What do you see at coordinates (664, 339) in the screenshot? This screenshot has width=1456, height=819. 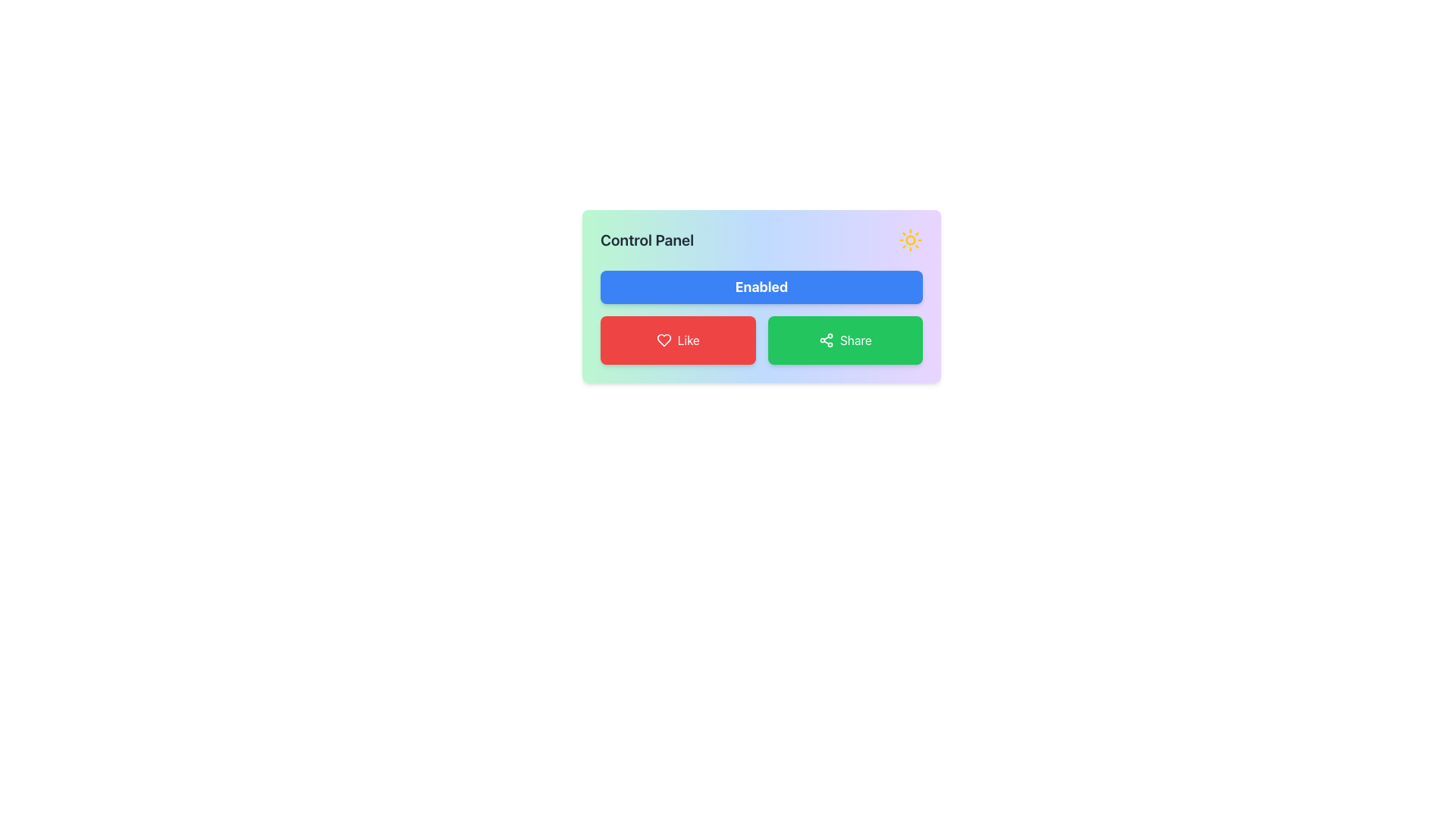 I see `the heart-shaped icon with a red fill inside the red 'Like' button, located in the lower-left corner of the Control Panel` at bounding box center [664, 339].